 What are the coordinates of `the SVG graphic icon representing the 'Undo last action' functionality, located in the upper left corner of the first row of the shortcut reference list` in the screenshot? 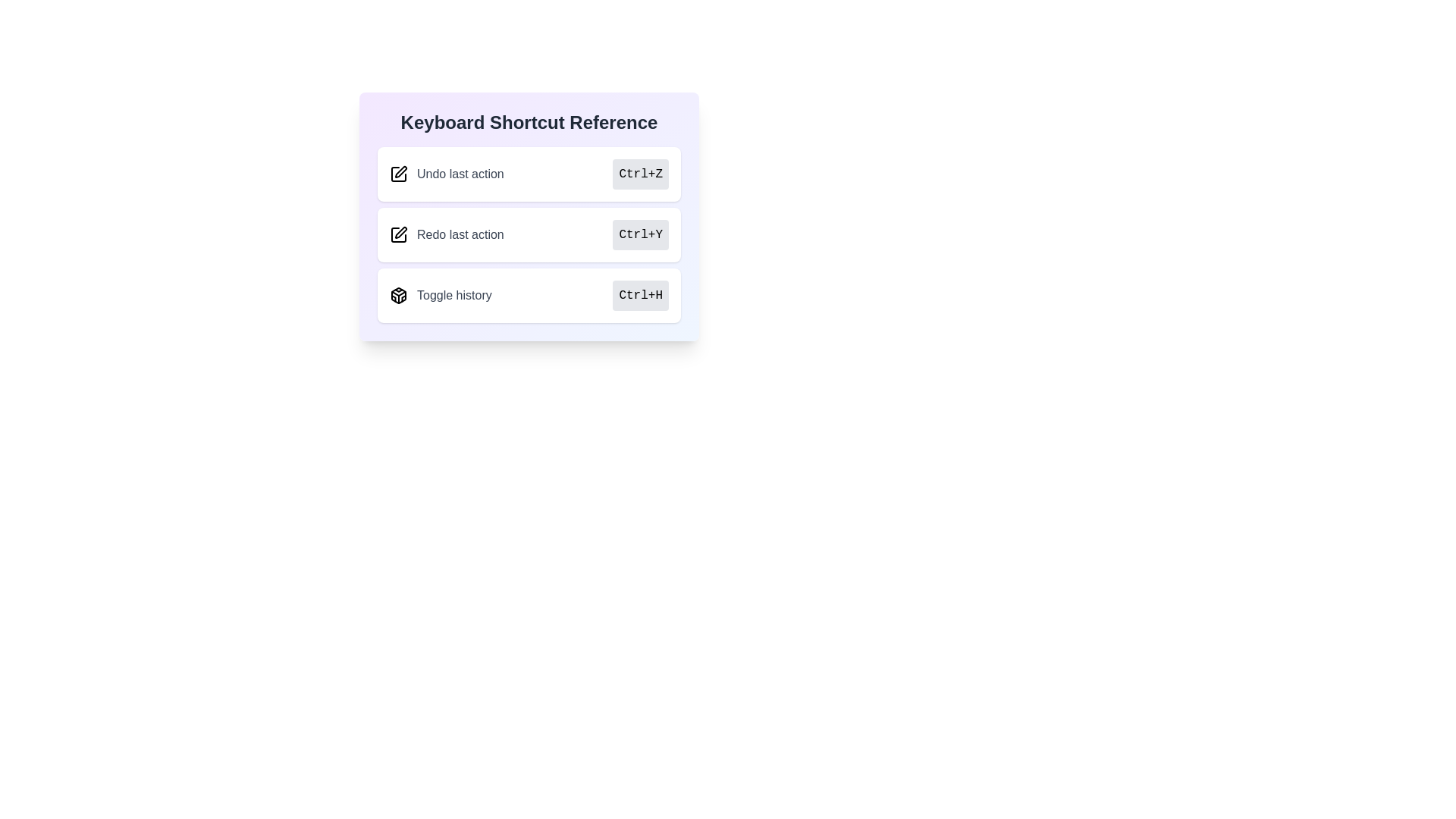 It's located at (399, 174).